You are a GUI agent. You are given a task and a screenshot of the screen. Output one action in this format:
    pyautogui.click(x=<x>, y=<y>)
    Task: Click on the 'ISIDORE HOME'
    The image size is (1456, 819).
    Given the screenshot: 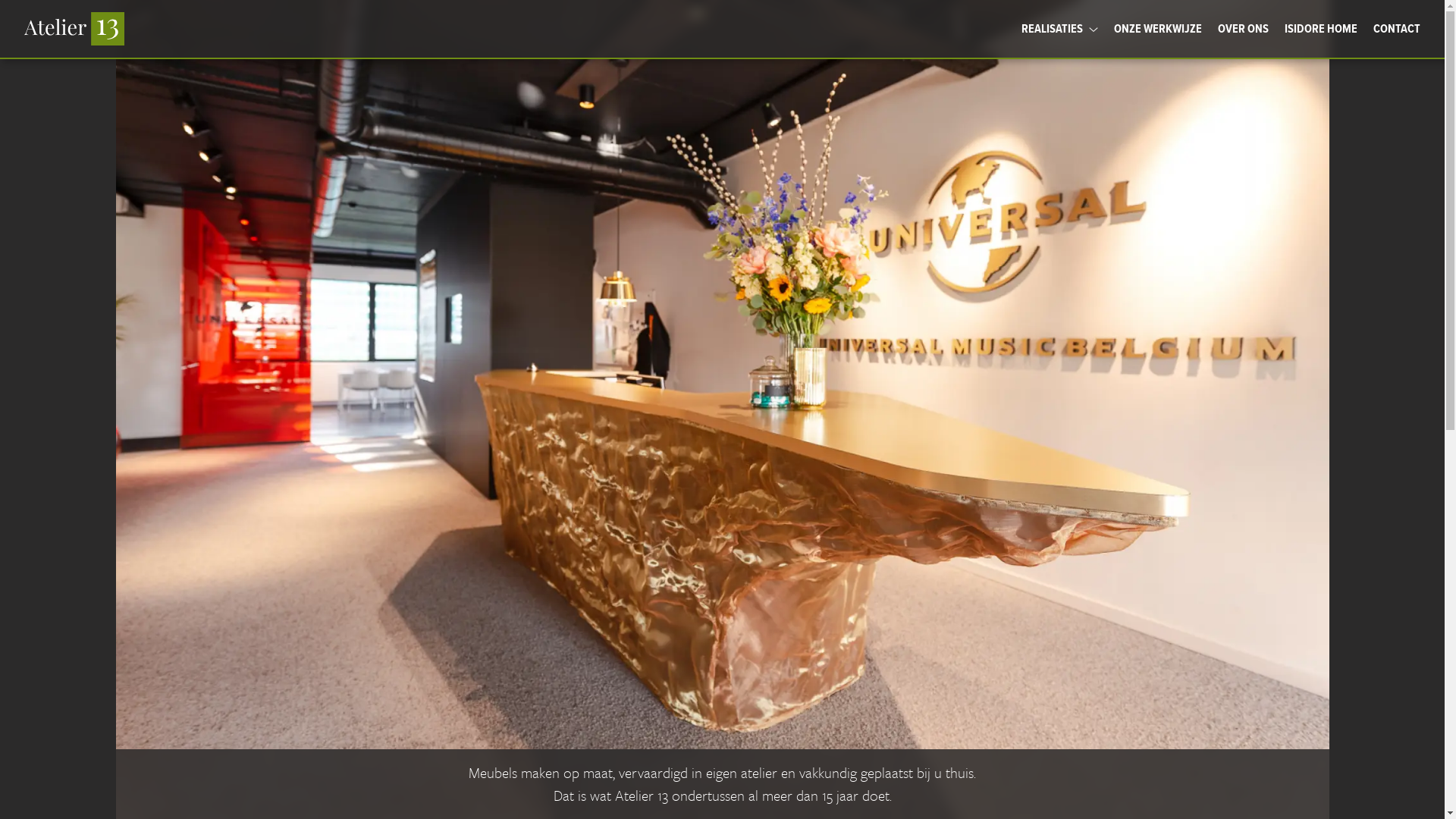 What is the action you would take?
    pyautogui.click(x=1320, y=29)
    